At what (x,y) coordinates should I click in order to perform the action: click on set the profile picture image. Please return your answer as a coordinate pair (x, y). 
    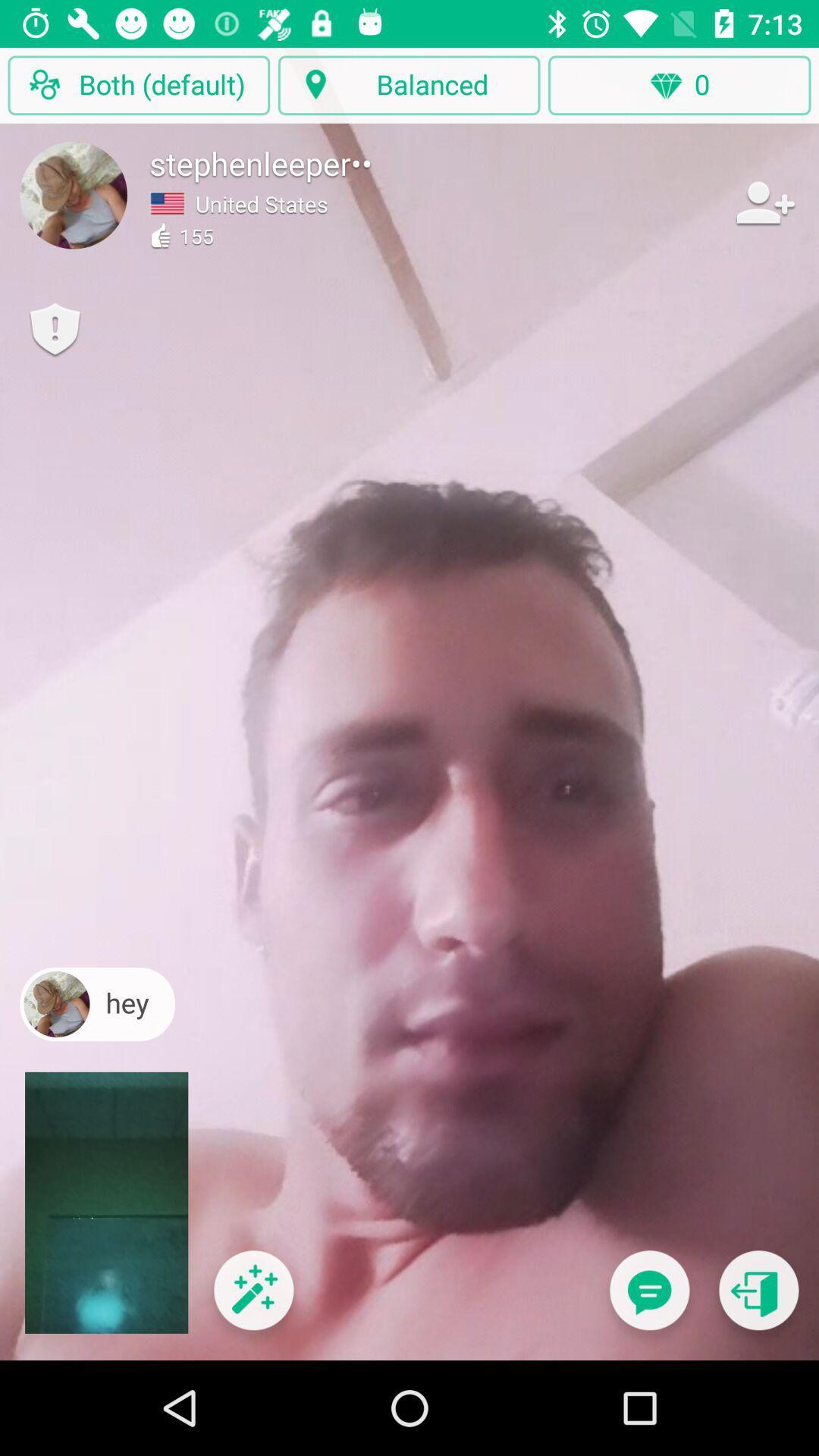
    Looking at the image, I should click on (74, 194).